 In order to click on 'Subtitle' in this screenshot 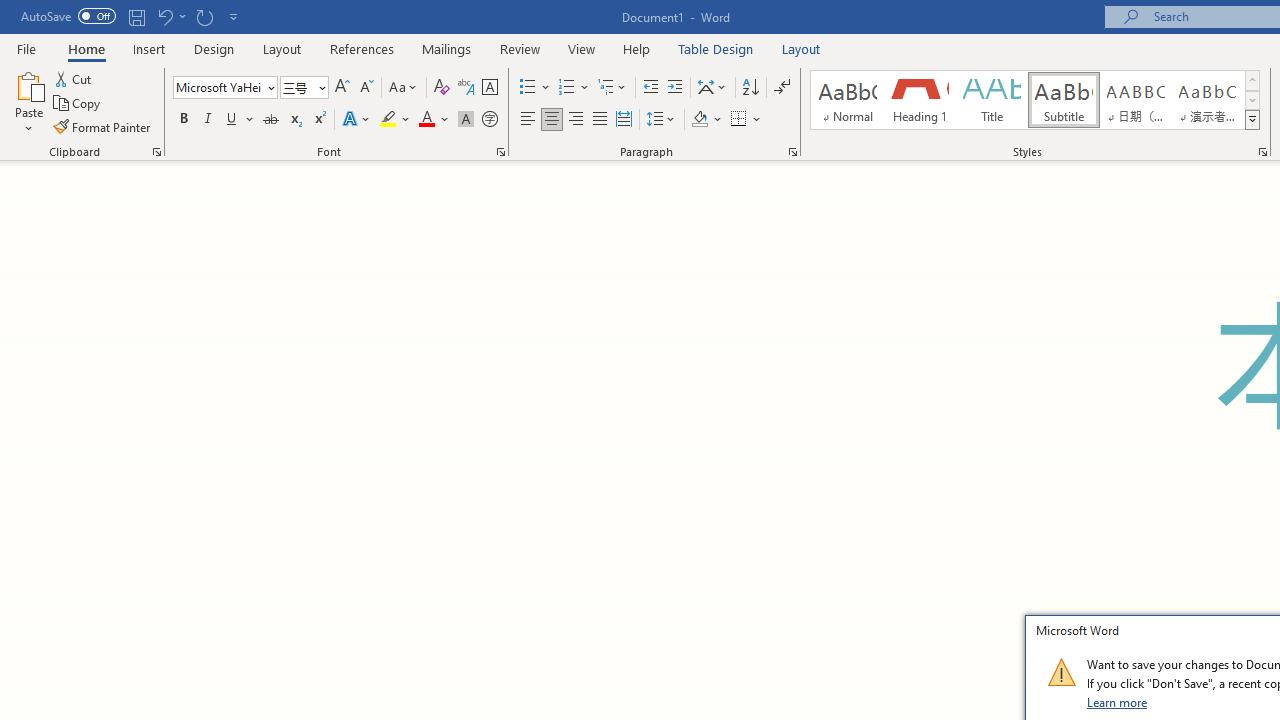, I will do `click(1062, 100)`.